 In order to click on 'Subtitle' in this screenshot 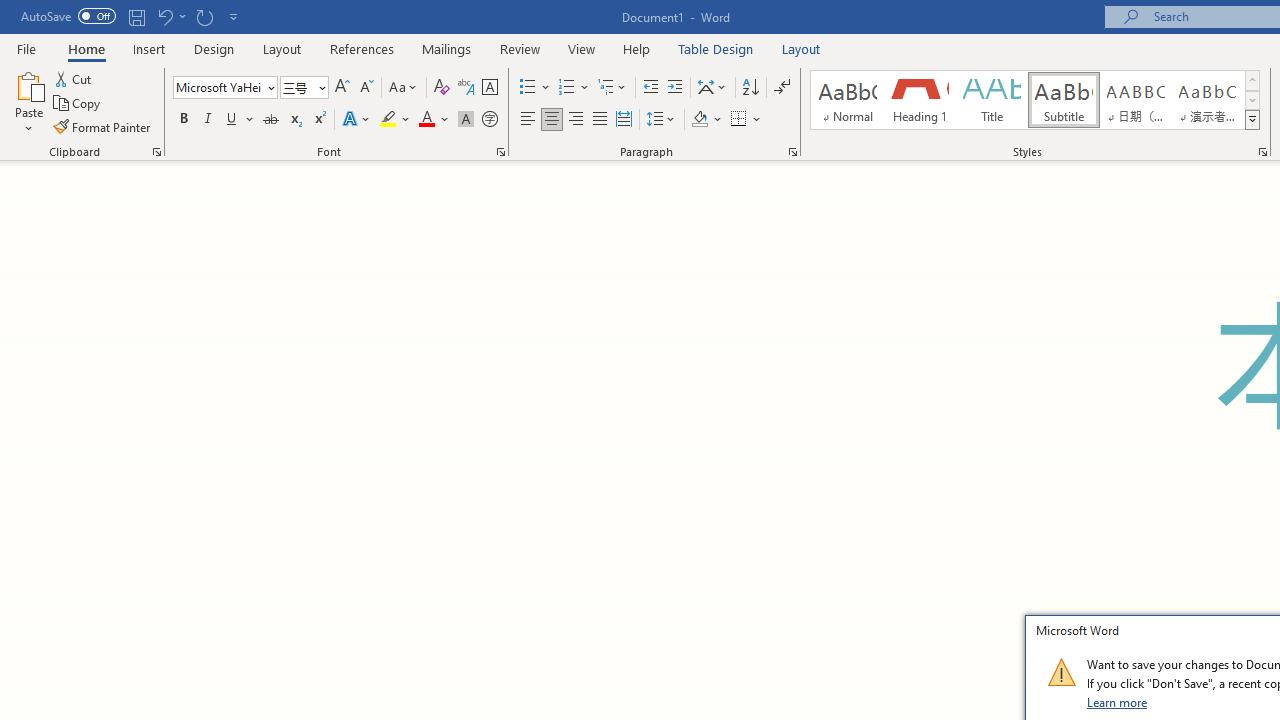, I will do `click(1062, 100)`.